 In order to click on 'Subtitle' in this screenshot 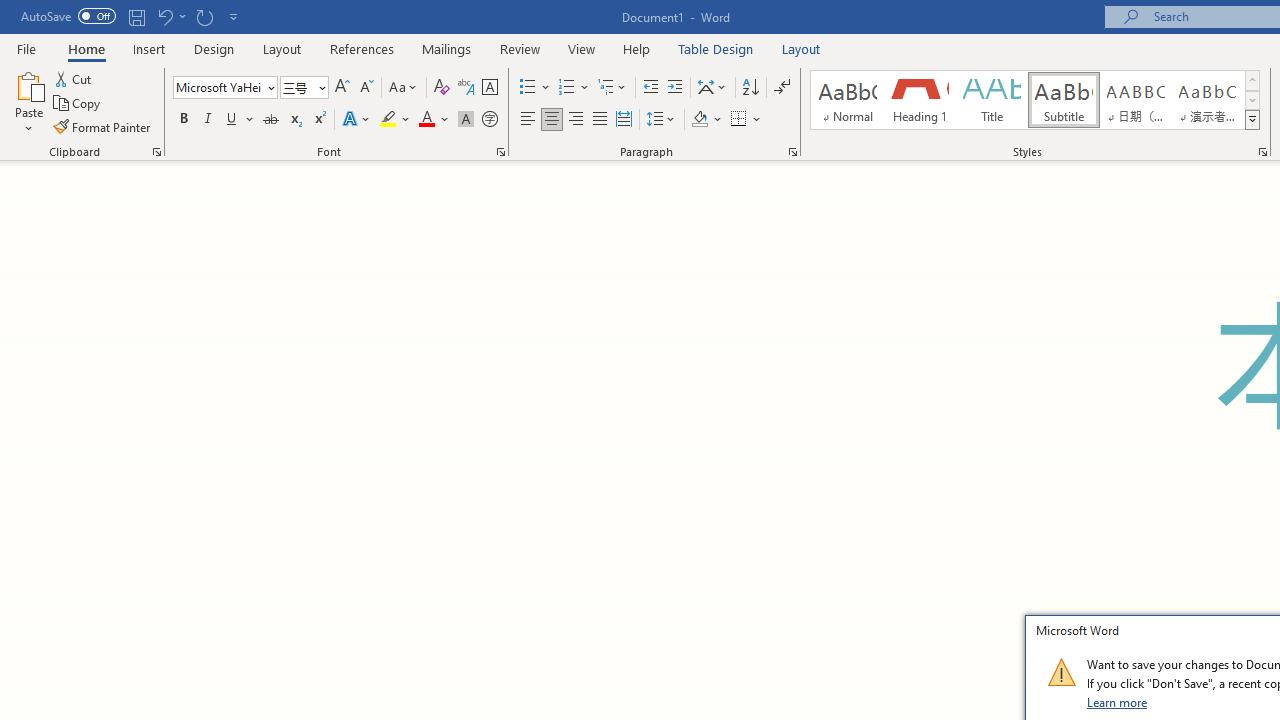, I will do `click(1062, 100)`.